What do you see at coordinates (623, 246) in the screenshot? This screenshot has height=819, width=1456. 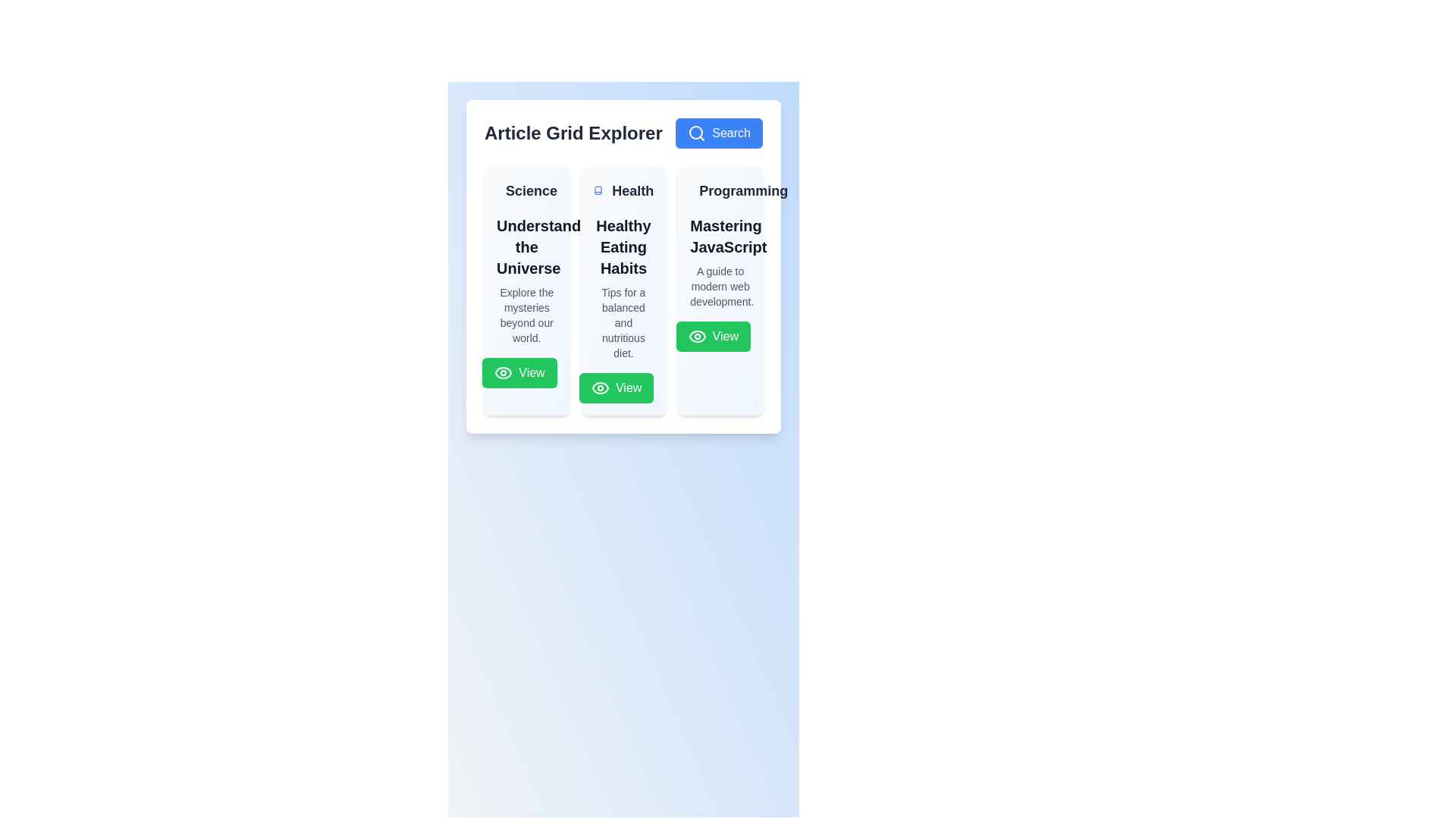 I see `text heading for the 'Healthy Eating Habits' section, which is centrally placed in the second column of the grid under the 'Health' category heading` at bounding box center [623, 246].